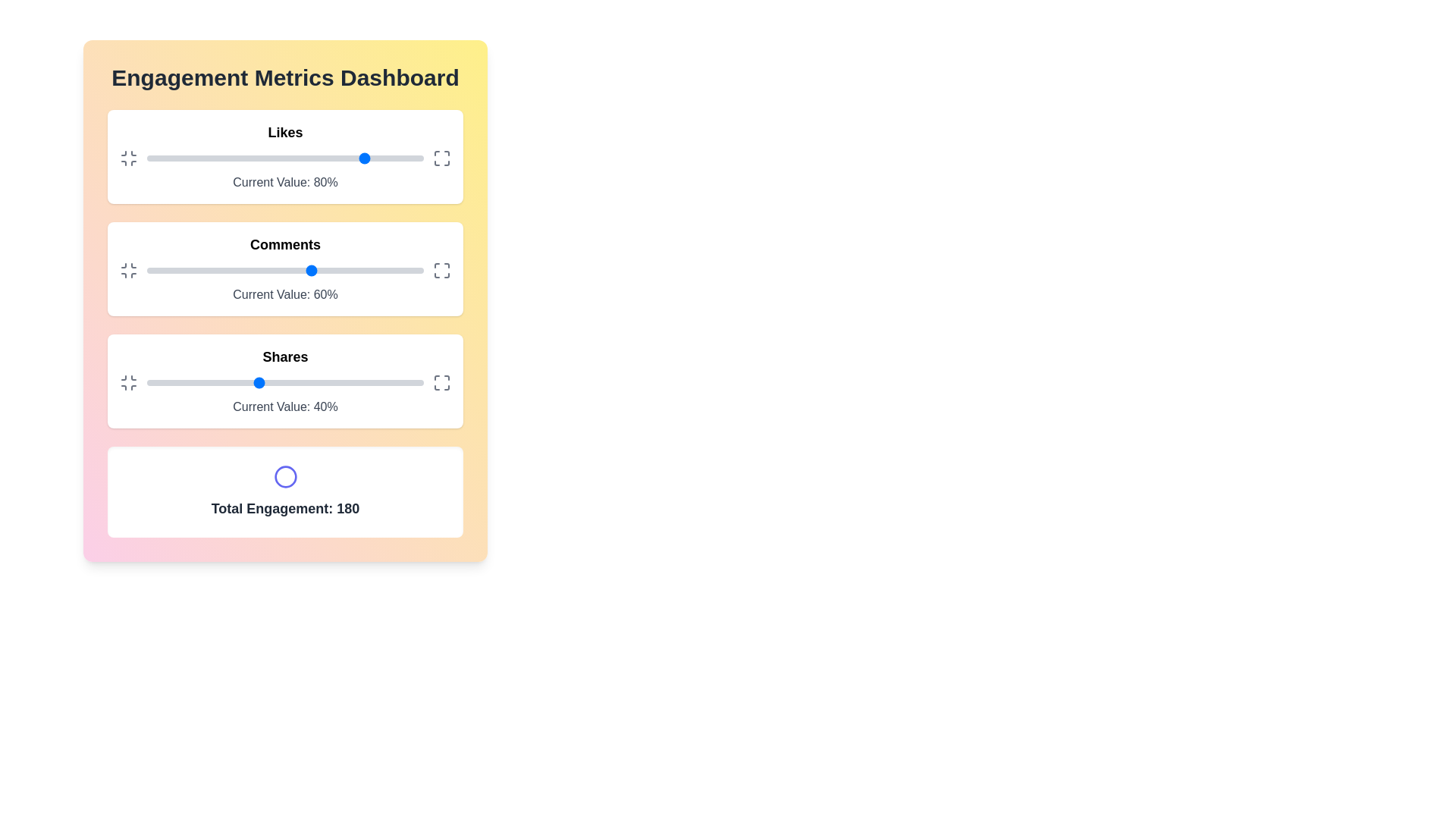 Image resolution: width=1456 pixels, height=819 pixels. What do you see at coordinates (368, 158) in the screenshot?
I see `the 'Likes' slider` at bounding box center [368, 158].